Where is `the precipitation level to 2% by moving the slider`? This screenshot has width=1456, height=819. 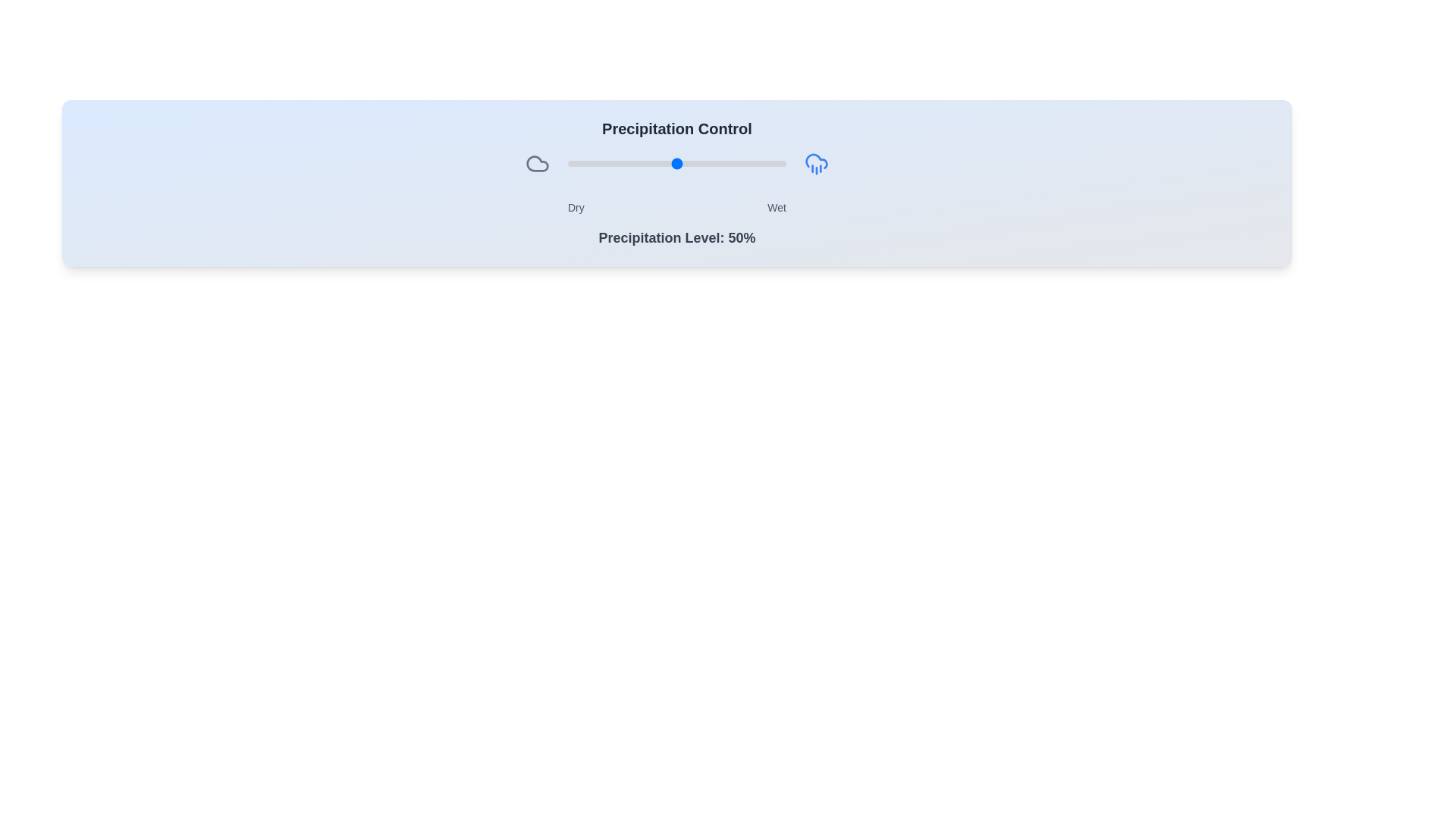 the precipitation level to 2% by moving the slider is located at coordinates (571, 164).